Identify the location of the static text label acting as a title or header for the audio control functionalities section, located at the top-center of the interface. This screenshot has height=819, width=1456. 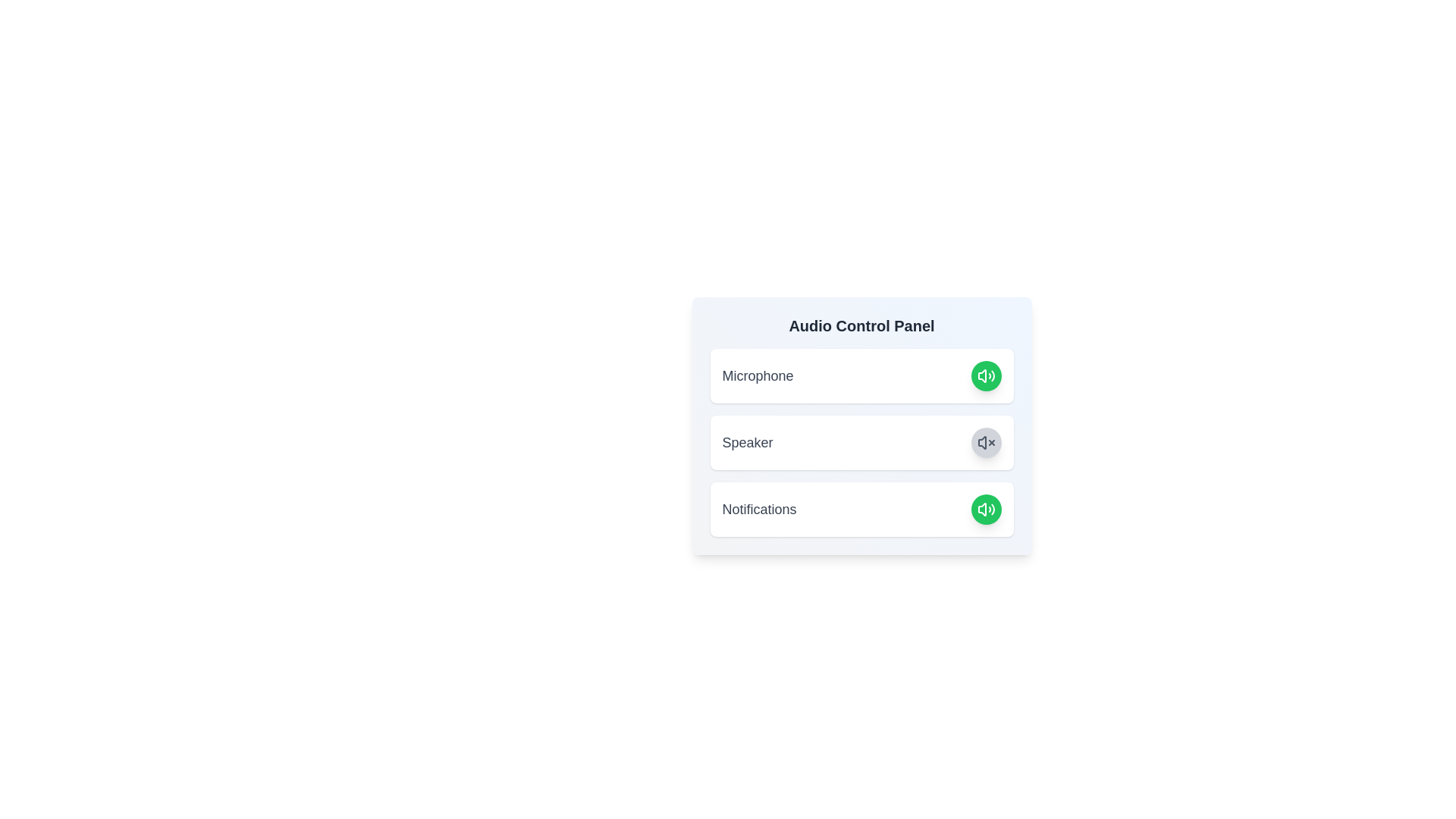
(861, 325).